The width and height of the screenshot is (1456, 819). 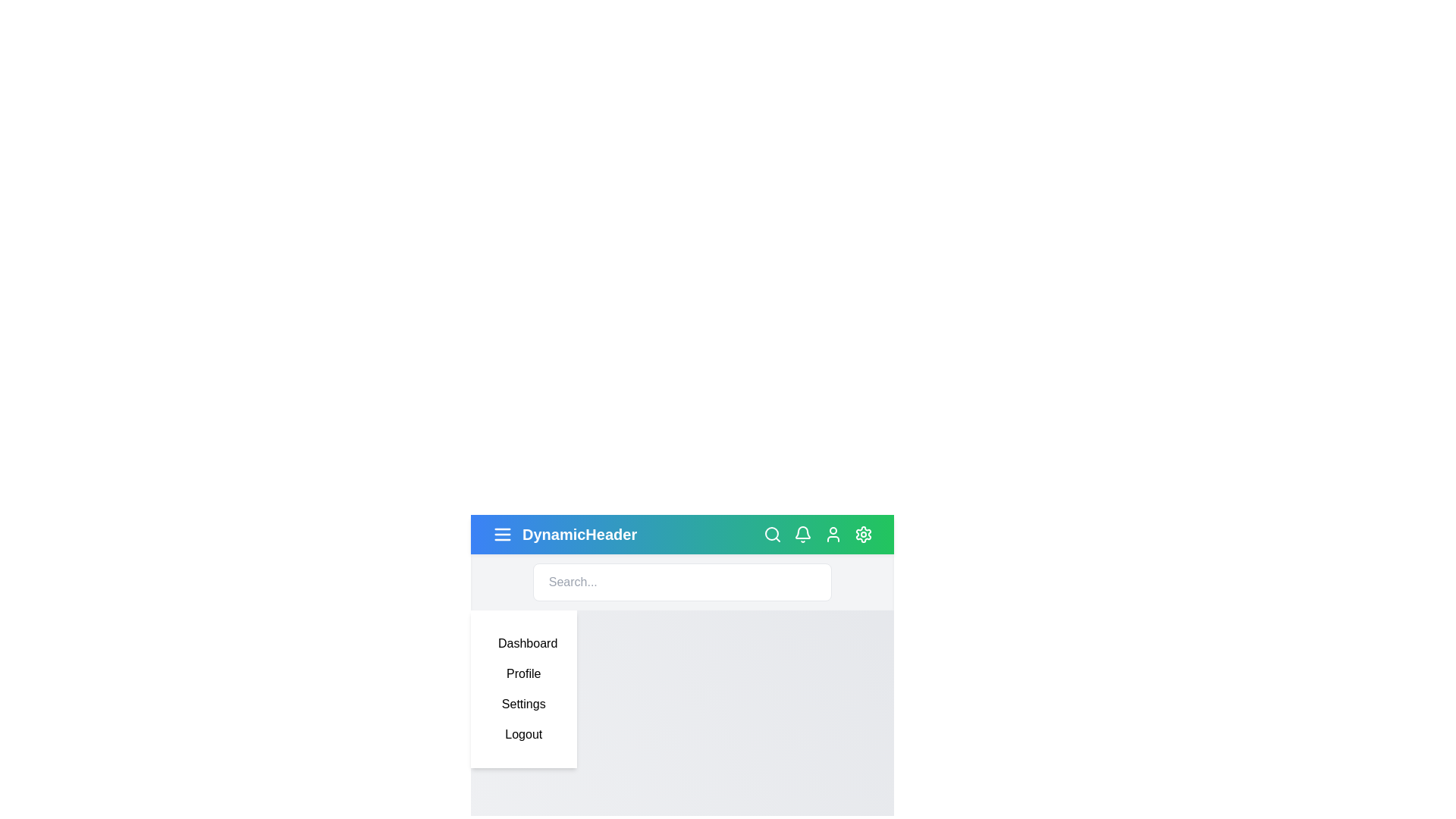 I want to click on the search bar and type the text 'example', so click(x=682, y=581).